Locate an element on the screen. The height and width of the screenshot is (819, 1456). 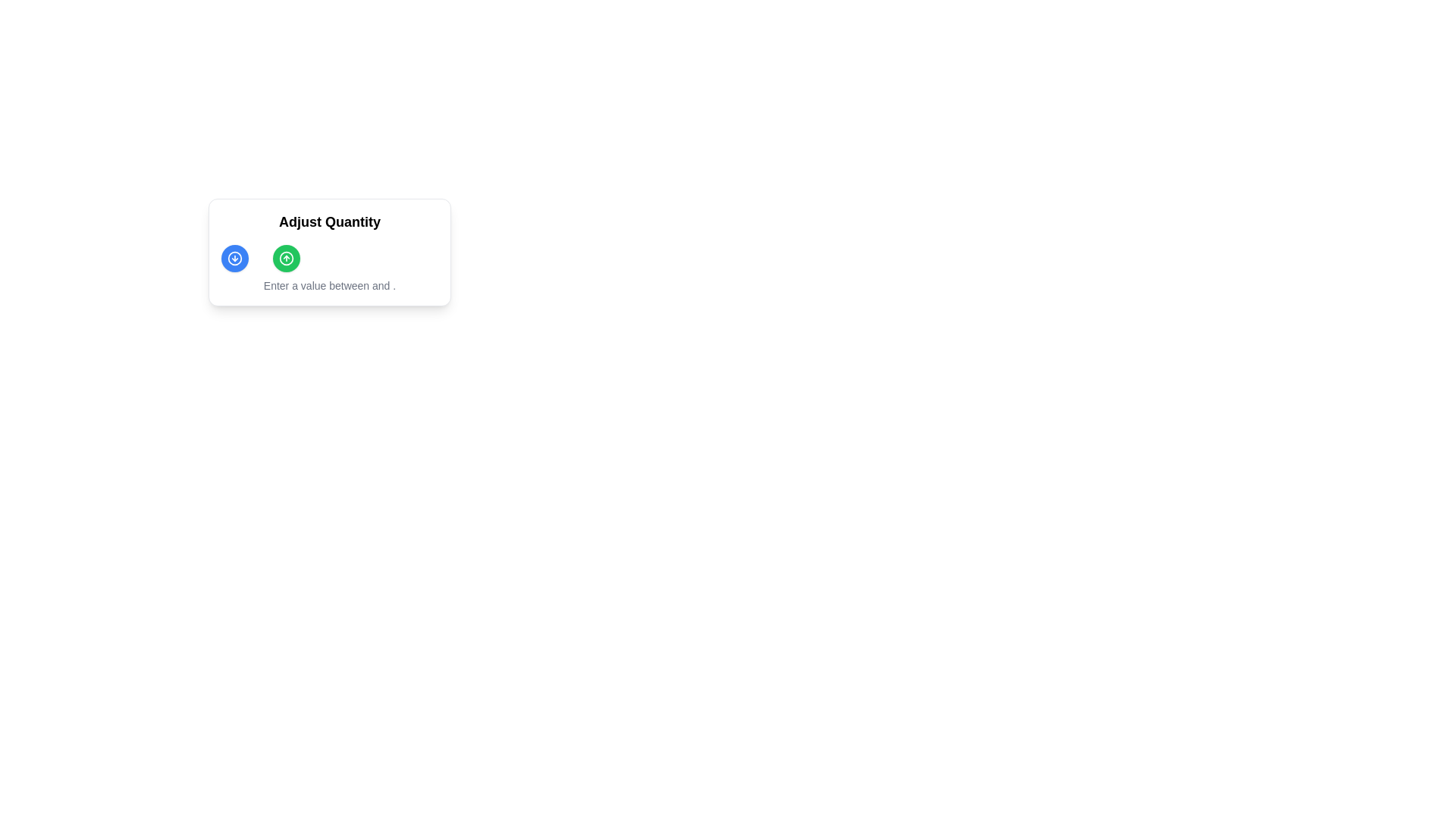
the circle SVG element located to the left of the green circular icon and below the 'Adjust Quantity' label is located at coordinates (234, 257).